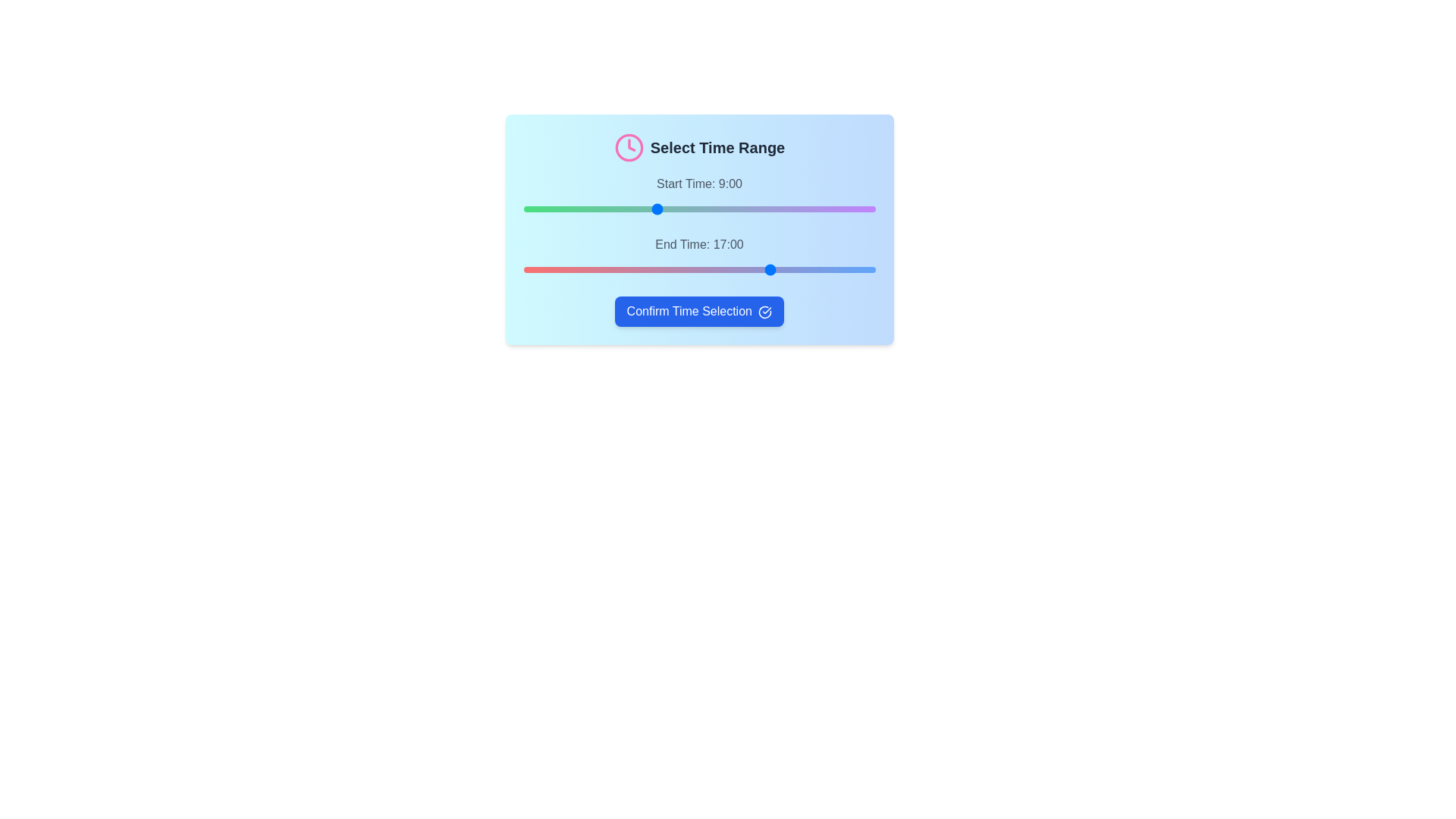 The height and width of the screenshot is (819, 1456). I want to click on the end time slider to 5 hours, so click(596, 268).